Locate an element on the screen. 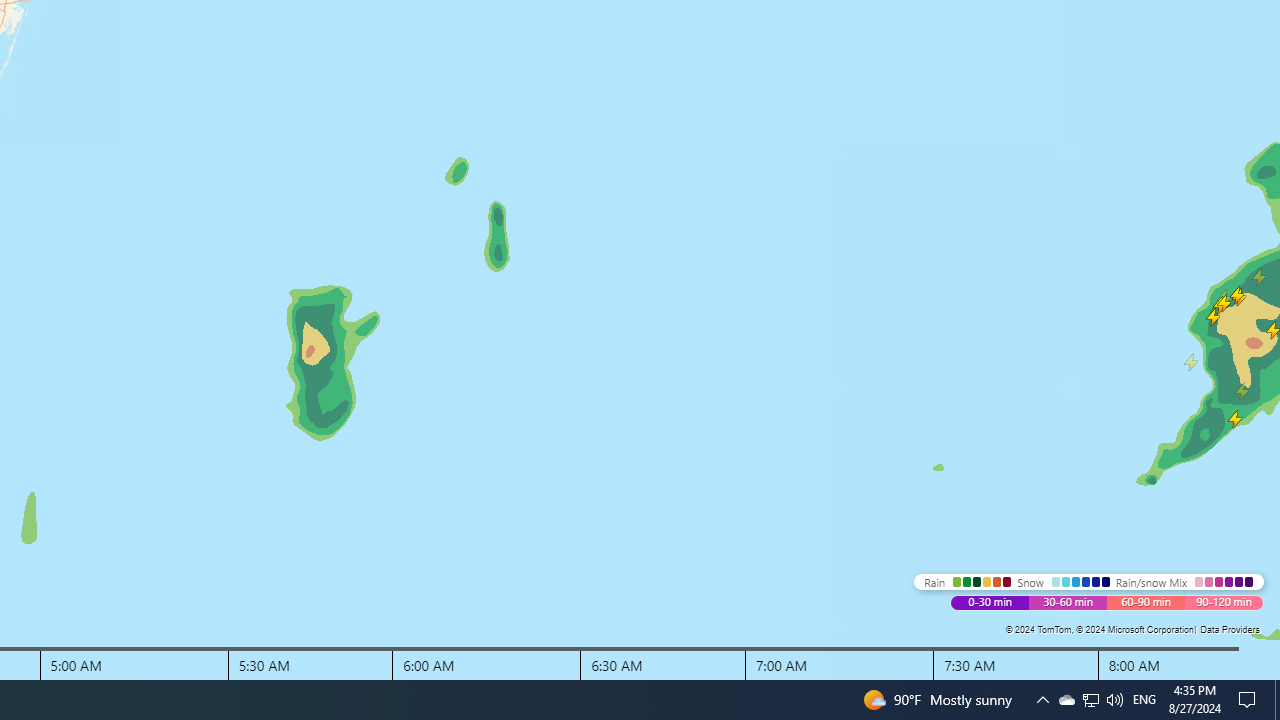  'Q2790: 100%' is located at coordinates (1065, 698).